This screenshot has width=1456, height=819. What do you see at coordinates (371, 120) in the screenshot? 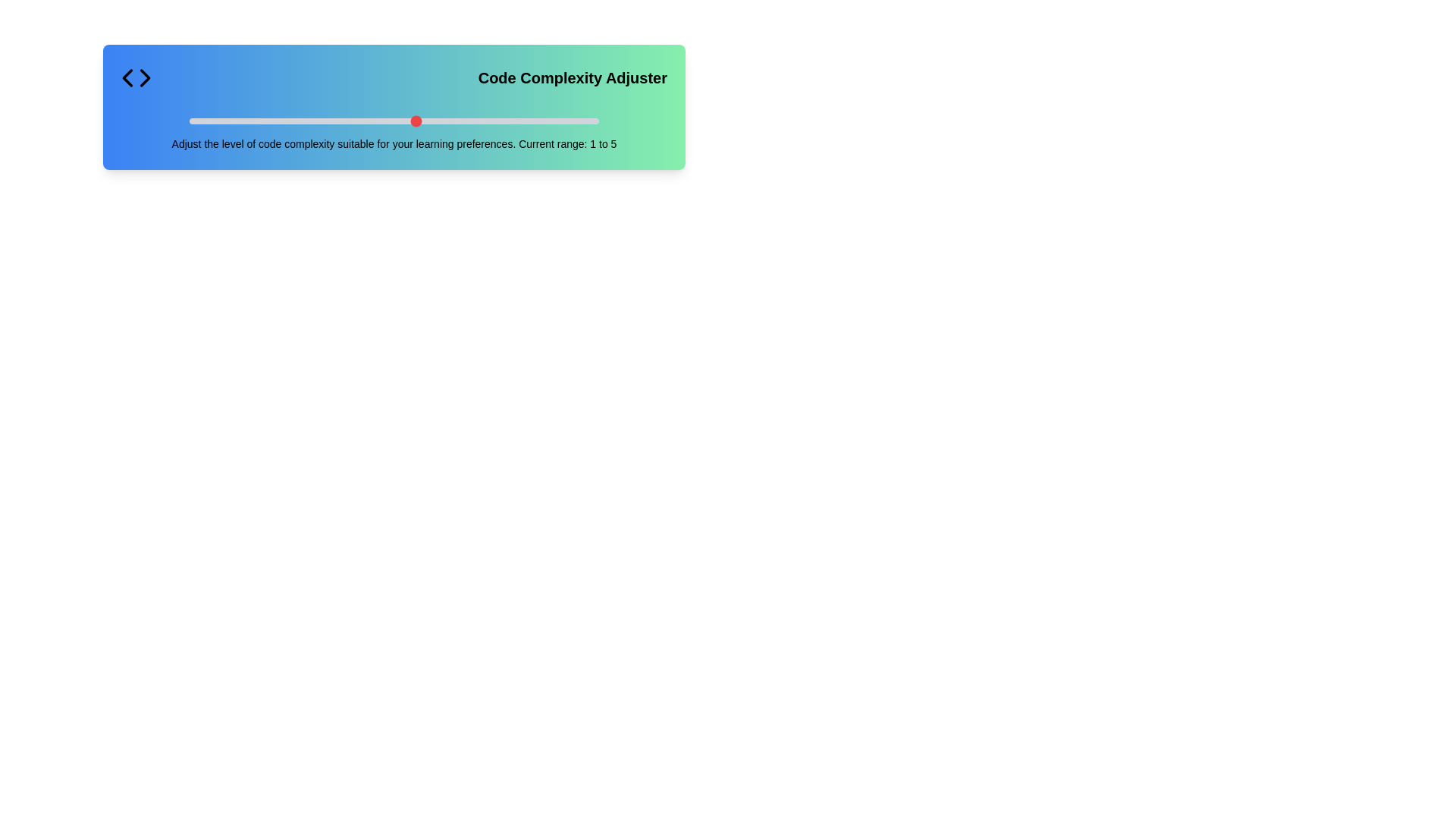
I see `the slider to set the code complexity to 5` at bounding box center [371, 120].